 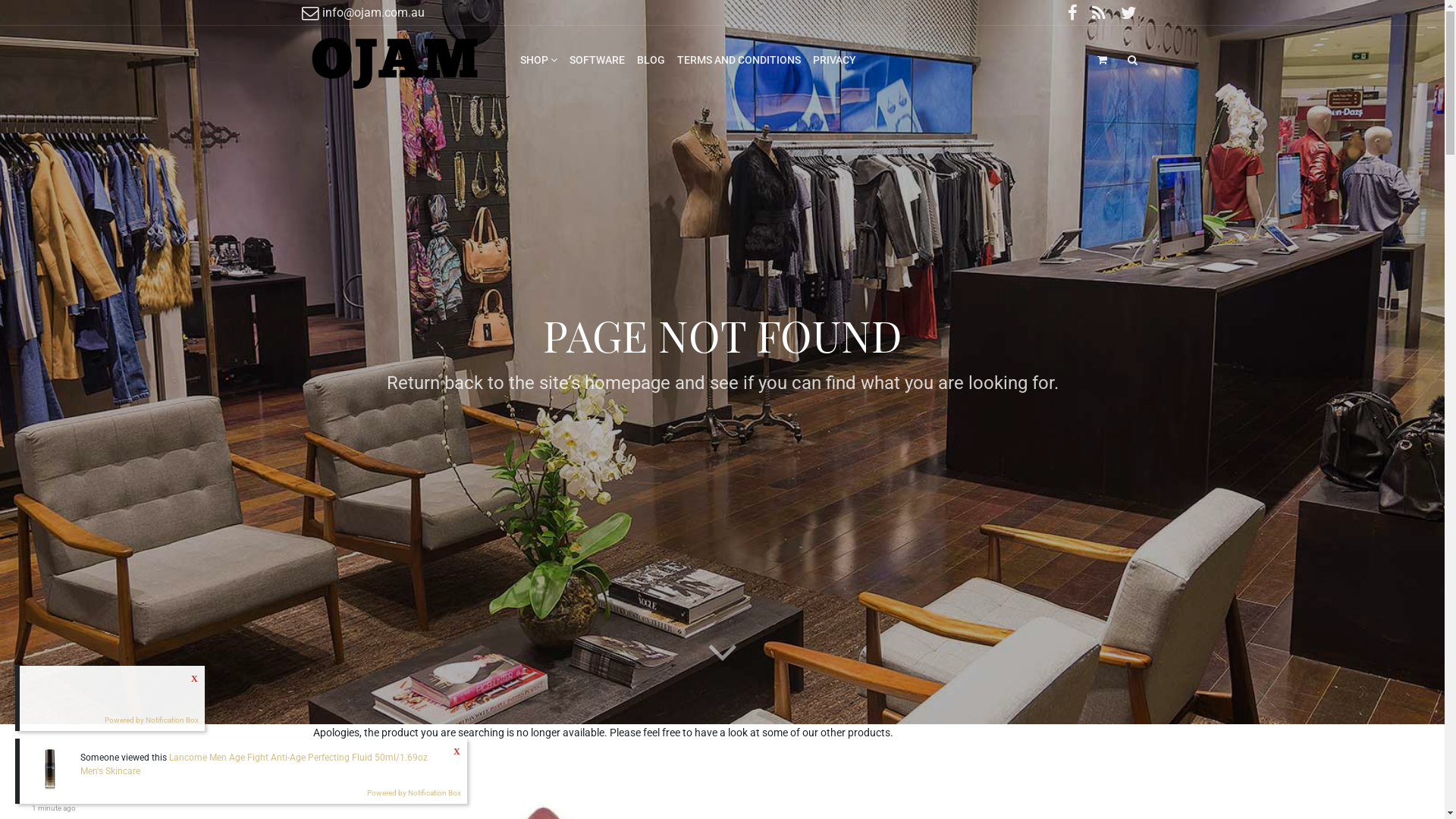 What do you see at coordinates (563, 58) in the screenshot?
I see `'SOFTWARE'` at bounding box center [563, 58].